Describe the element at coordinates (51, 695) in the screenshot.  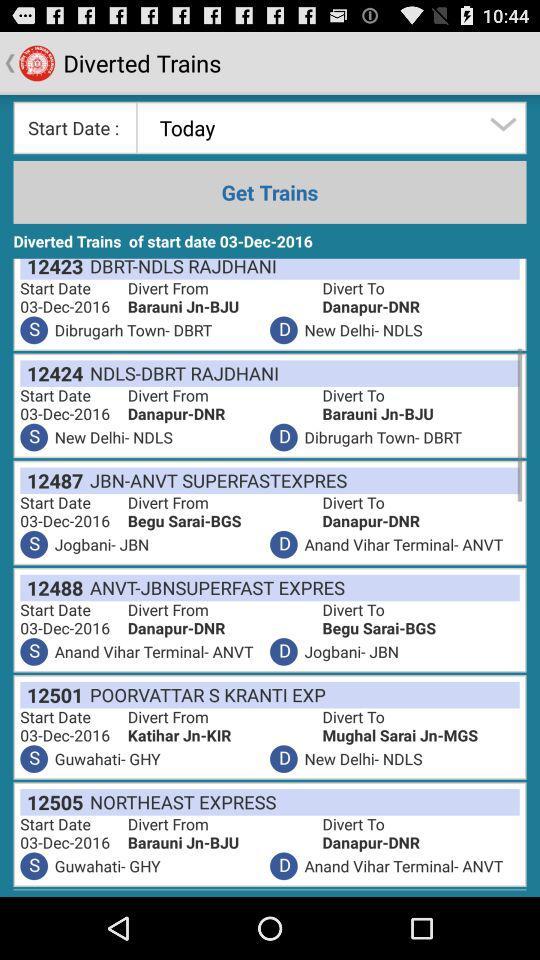
I see `the app below   s item` at that location.